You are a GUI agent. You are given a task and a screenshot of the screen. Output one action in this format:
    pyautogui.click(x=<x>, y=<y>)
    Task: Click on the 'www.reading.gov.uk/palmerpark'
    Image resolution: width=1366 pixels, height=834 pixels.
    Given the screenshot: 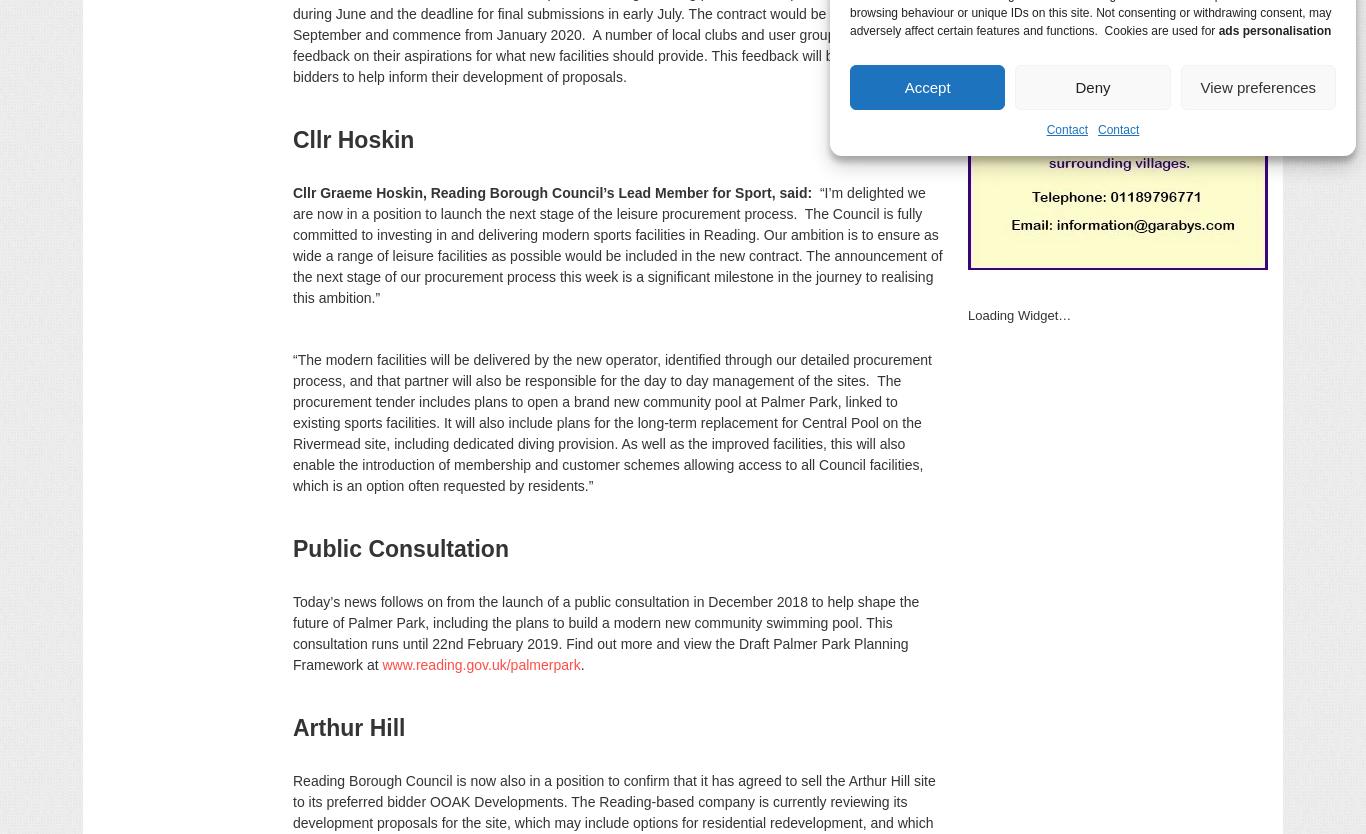 What is the action you would take?
    pyautogui.click(x=380, y=664)
    